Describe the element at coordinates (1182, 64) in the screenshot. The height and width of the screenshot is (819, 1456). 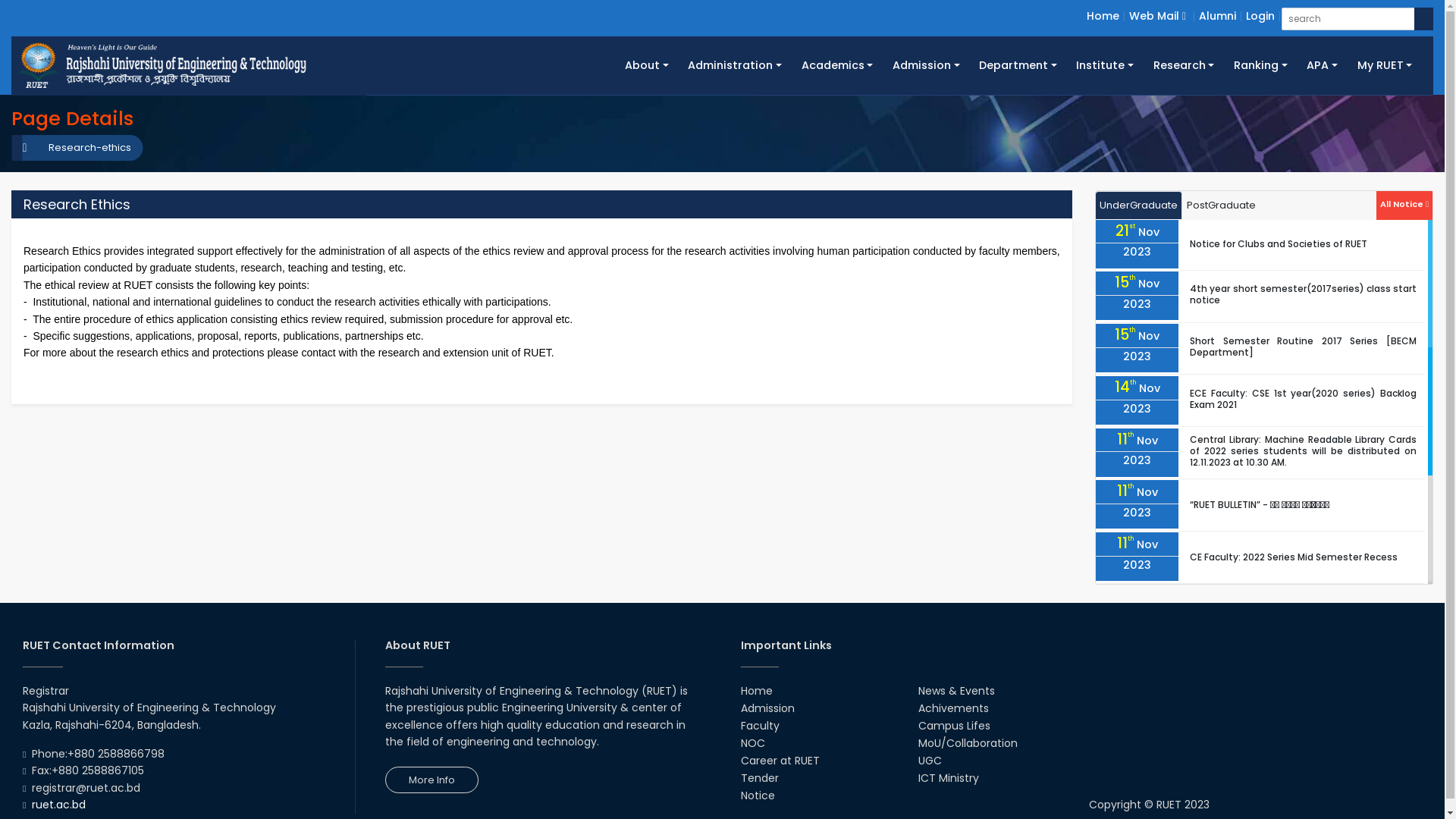
I see `'Research'` at that location.